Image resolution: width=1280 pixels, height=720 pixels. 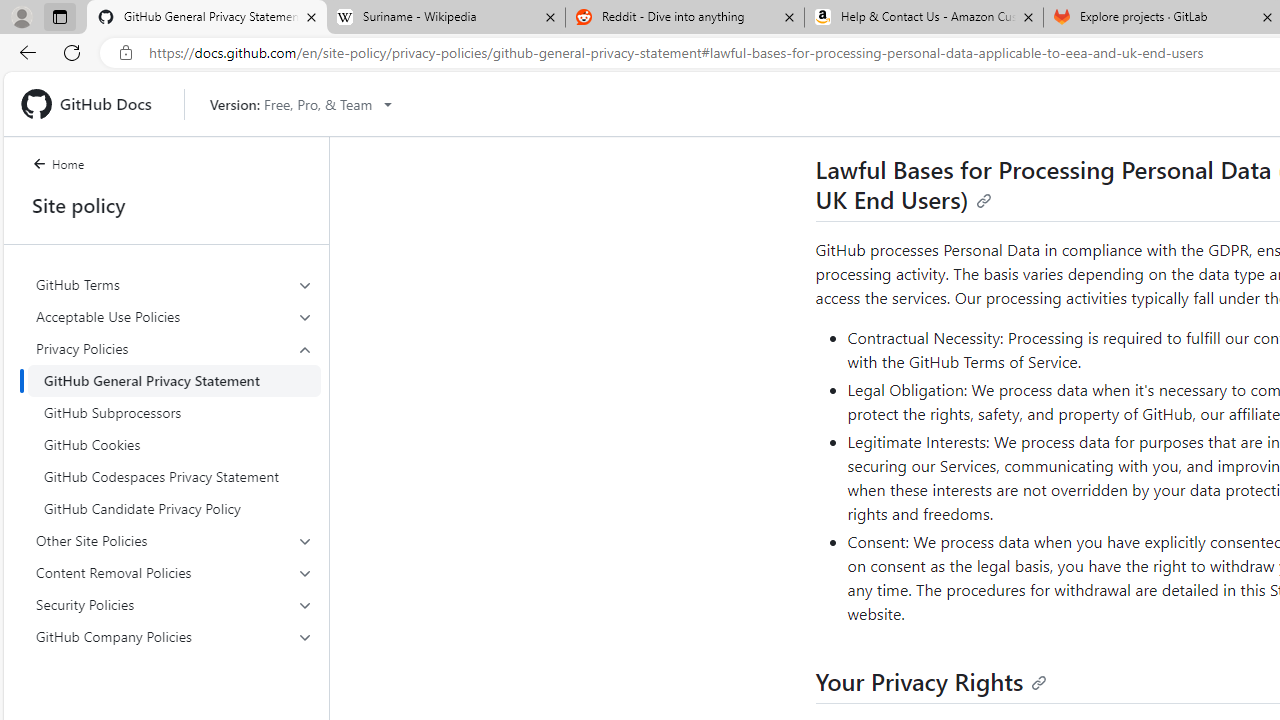 What do you see at coordinates (174, 541) in the screenshot?
I see `'Other Site Policies'` at bounding box center [174, 541].